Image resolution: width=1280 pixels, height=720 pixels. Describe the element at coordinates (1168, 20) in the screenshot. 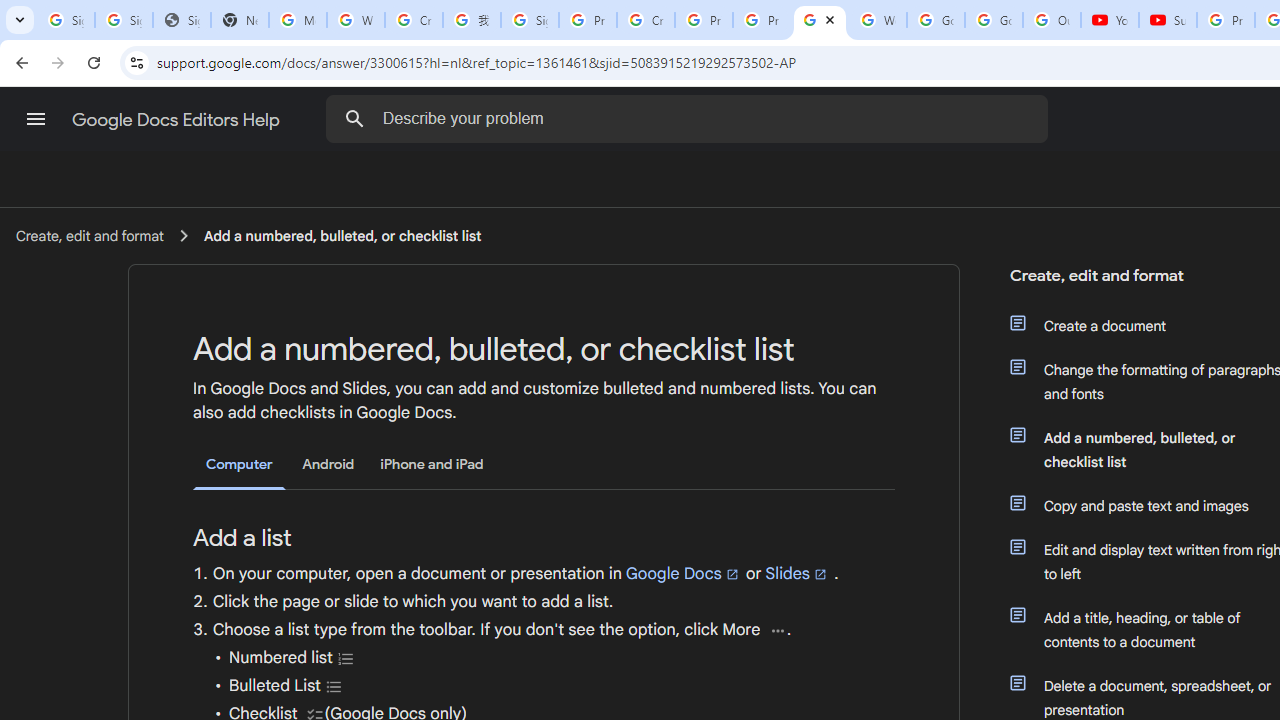

I see `'Subscriptions - YouTube'` at that location.